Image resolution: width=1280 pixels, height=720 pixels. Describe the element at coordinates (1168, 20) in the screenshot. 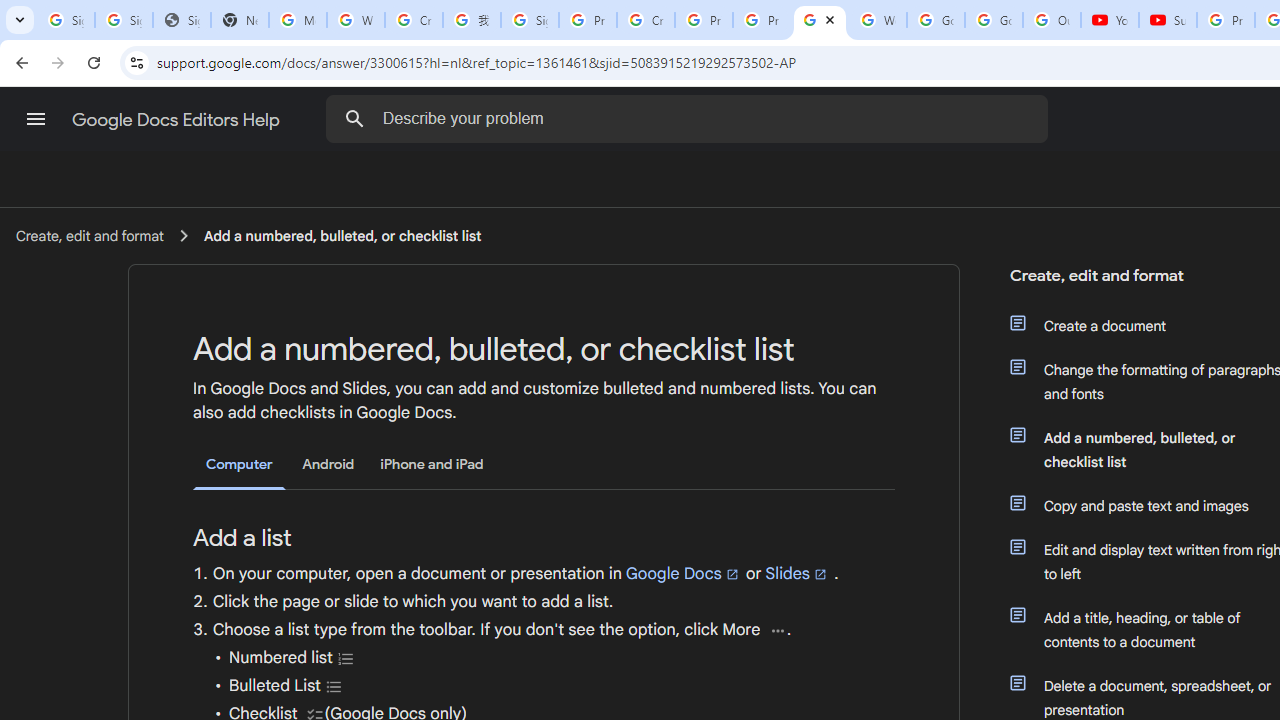

I see `'Subscriptions - YouTube'` at that location.